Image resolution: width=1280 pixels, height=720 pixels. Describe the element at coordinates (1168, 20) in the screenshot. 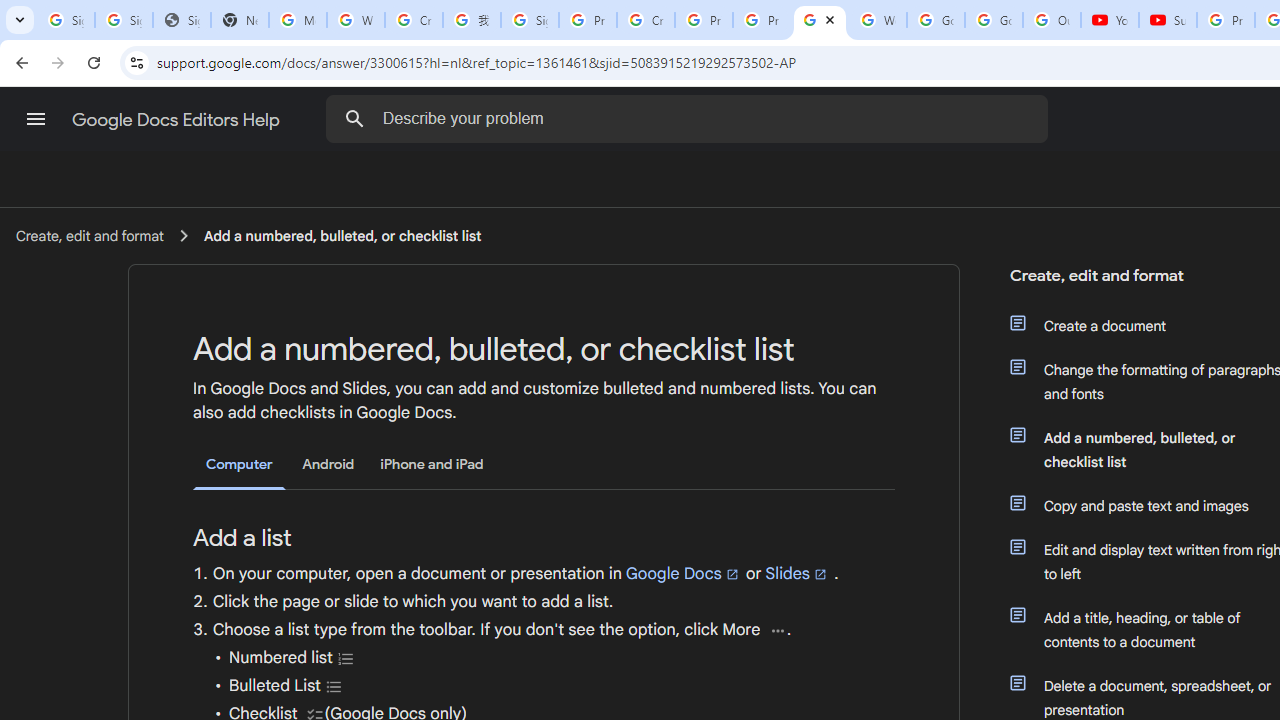

I see `'Subscriptions - YouTube'` at that location.